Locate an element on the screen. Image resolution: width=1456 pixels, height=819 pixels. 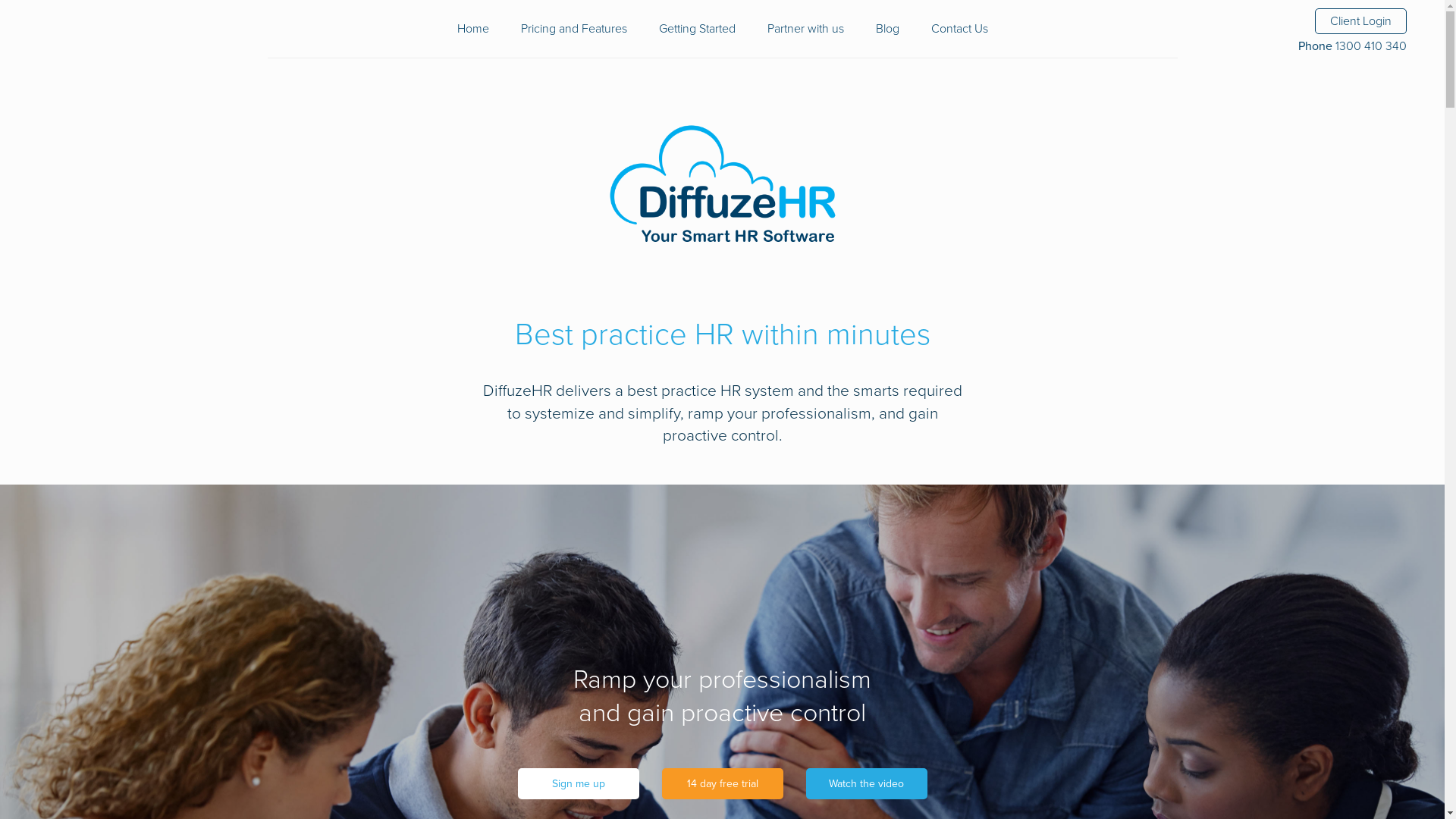
'Client Login' is located at coordinates (1360, 20).